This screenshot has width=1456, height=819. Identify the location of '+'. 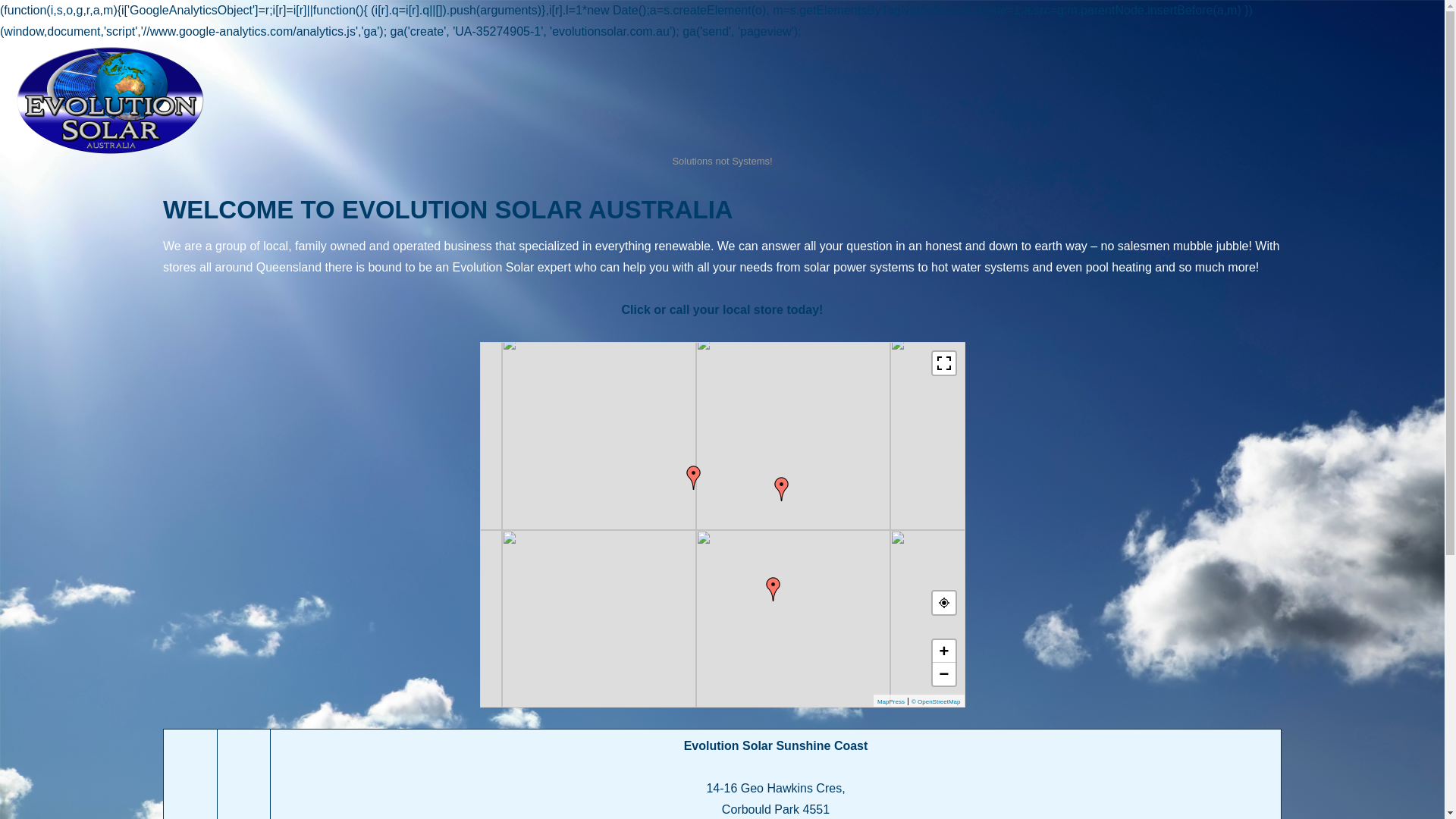
(943, 651).